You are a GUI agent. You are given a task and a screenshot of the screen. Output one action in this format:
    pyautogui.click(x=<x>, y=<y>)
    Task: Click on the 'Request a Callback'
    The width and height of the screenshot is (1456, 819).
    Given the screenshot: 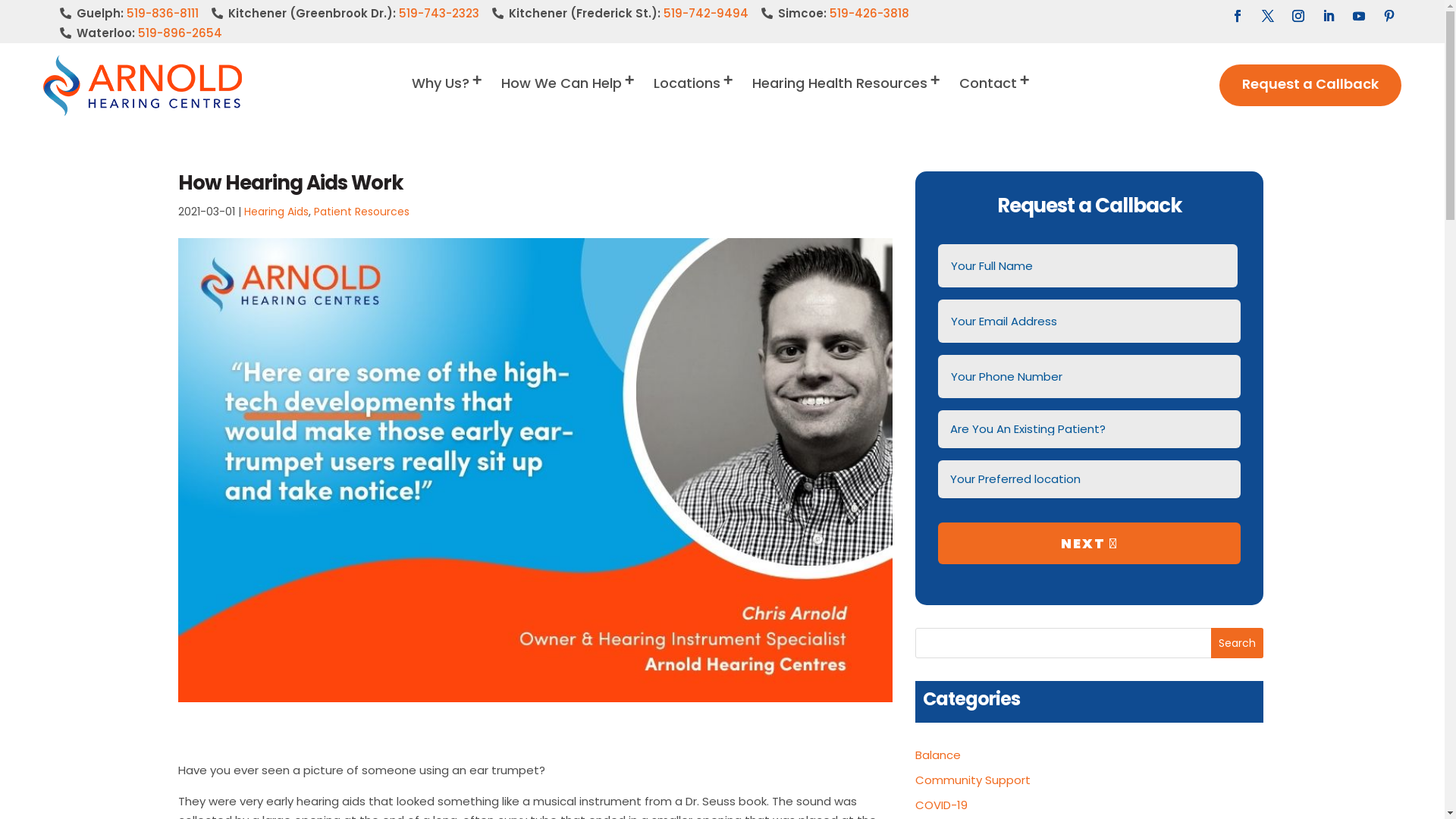 What is the action you would take?
    pyautogui.click(x=1310, y=85)
    